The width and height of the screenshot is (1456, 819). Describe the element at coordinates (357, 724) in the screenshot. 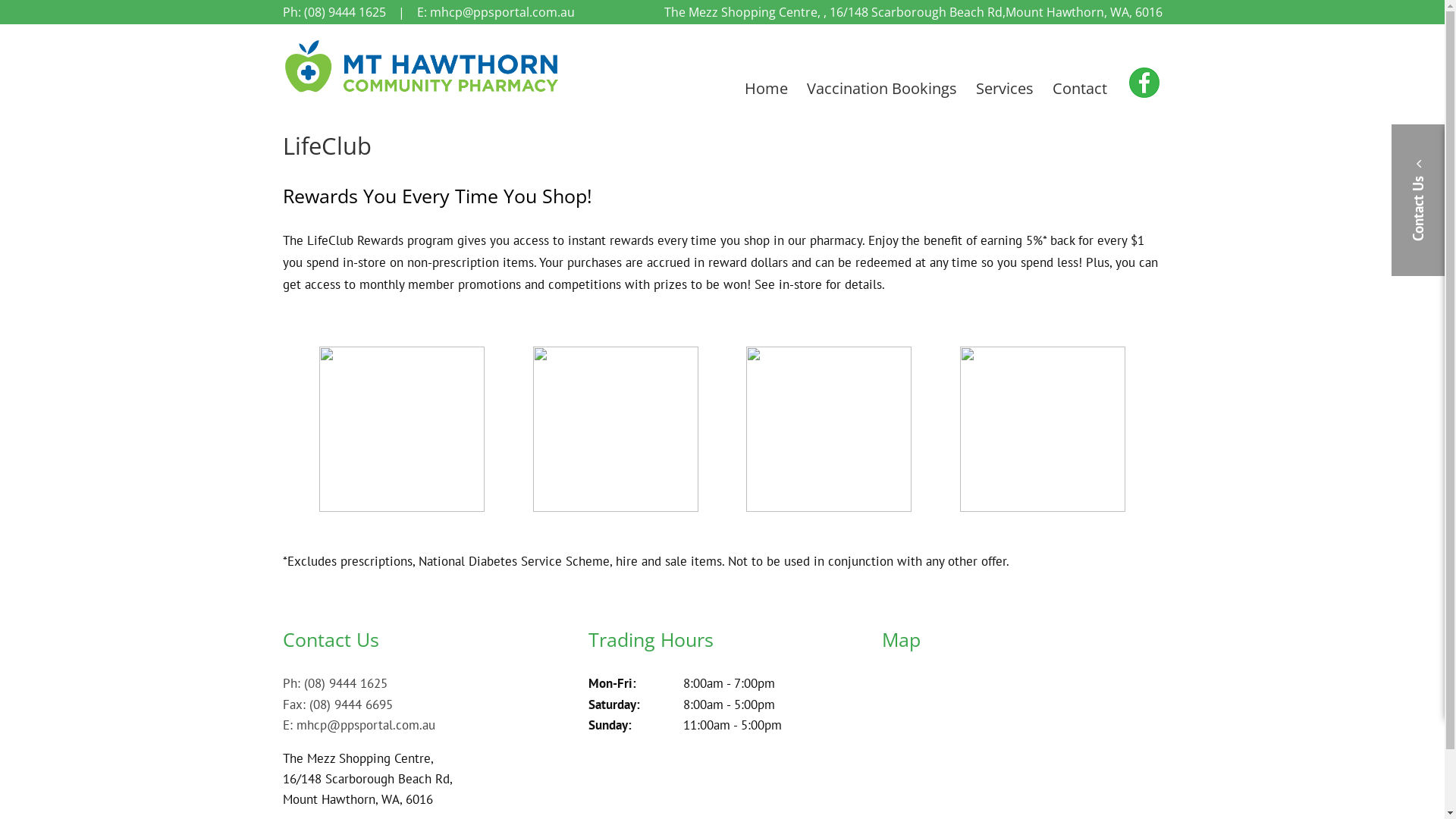

I see `'E: mhcp@ppsportal.com.au'` at that location.